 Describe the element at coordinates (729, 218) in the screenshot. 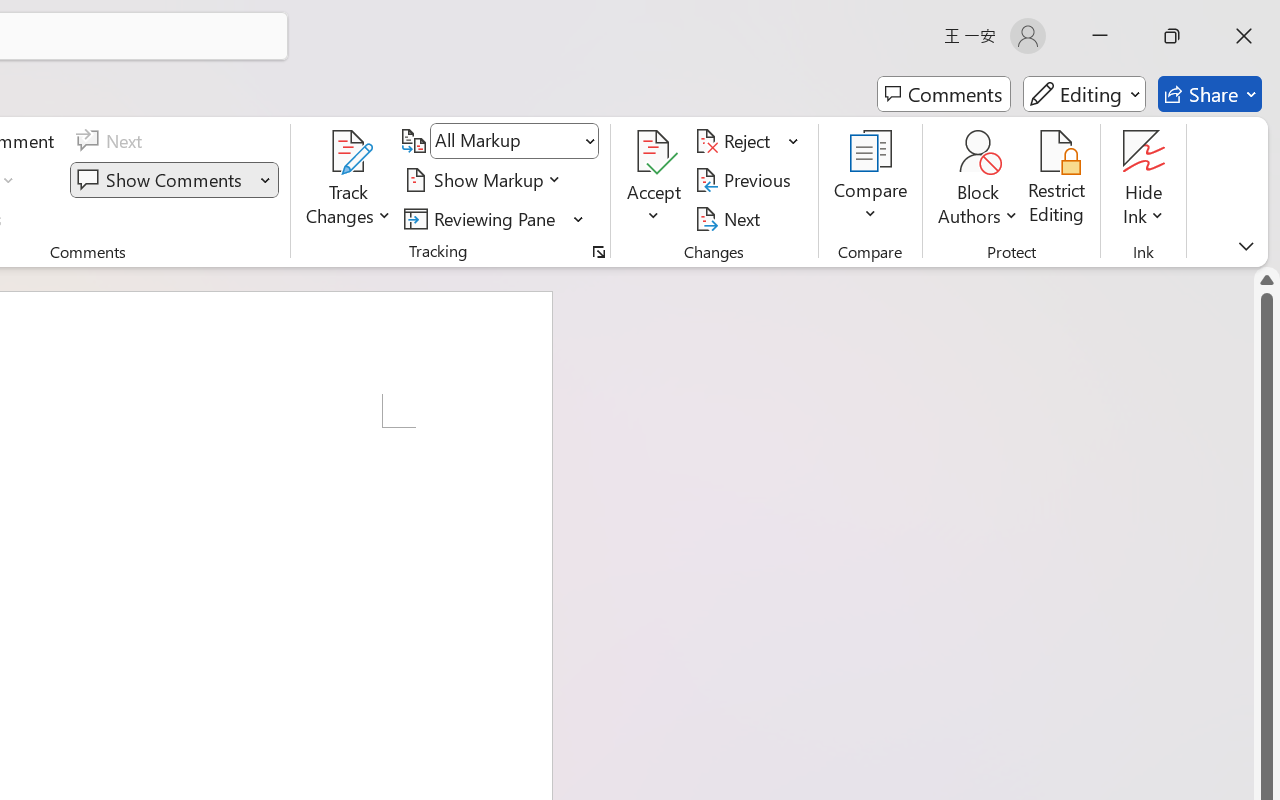

I see `'Next'` at that location.